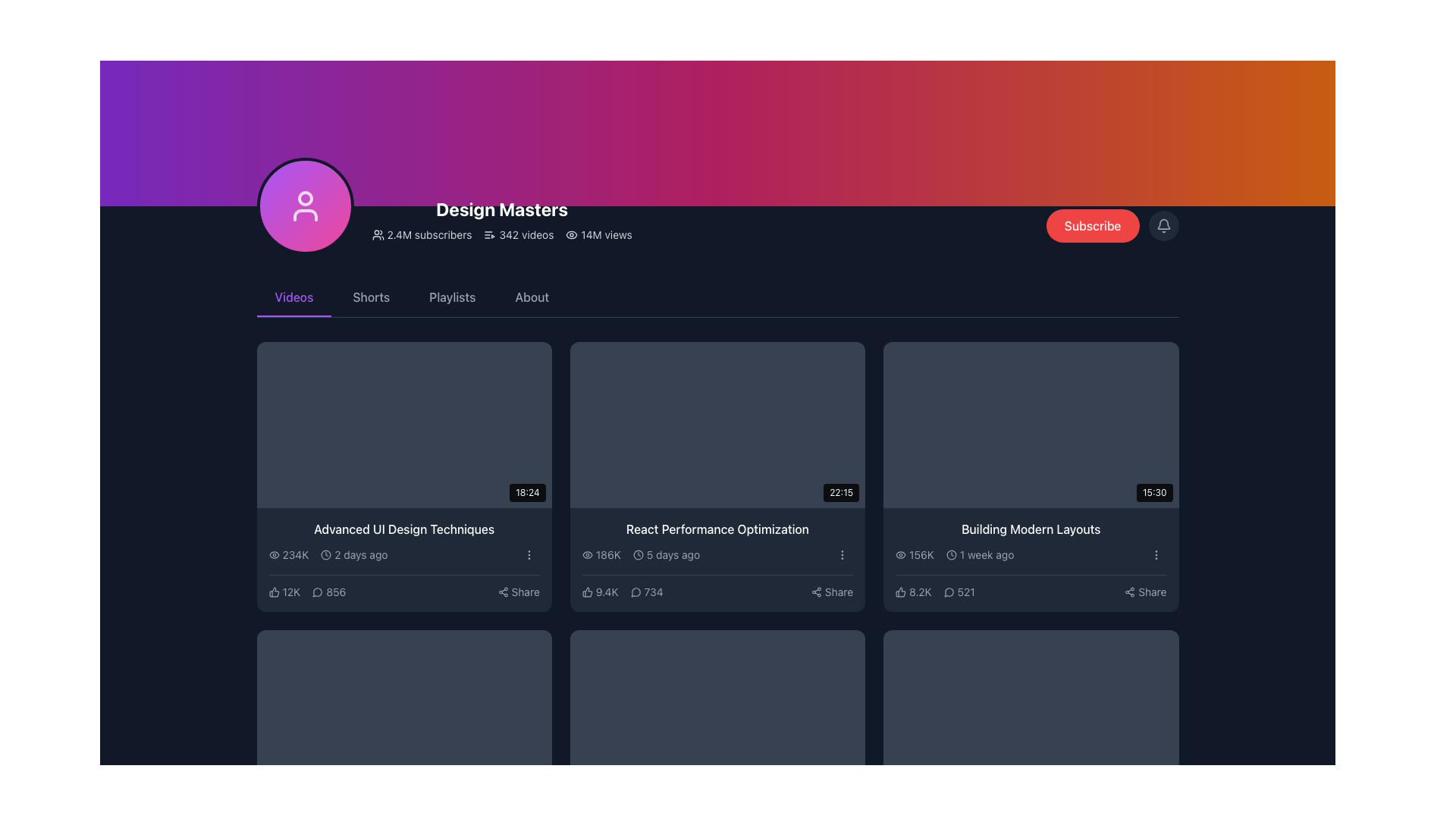 The image size is (1456, 819). What do you see at coordinates (274, 591) in the screenshot?
I see `the thumbs-up icon located at the bottom of the card for the video 'Advanced UI Design Techniques'` at bounding box center [274, 591].